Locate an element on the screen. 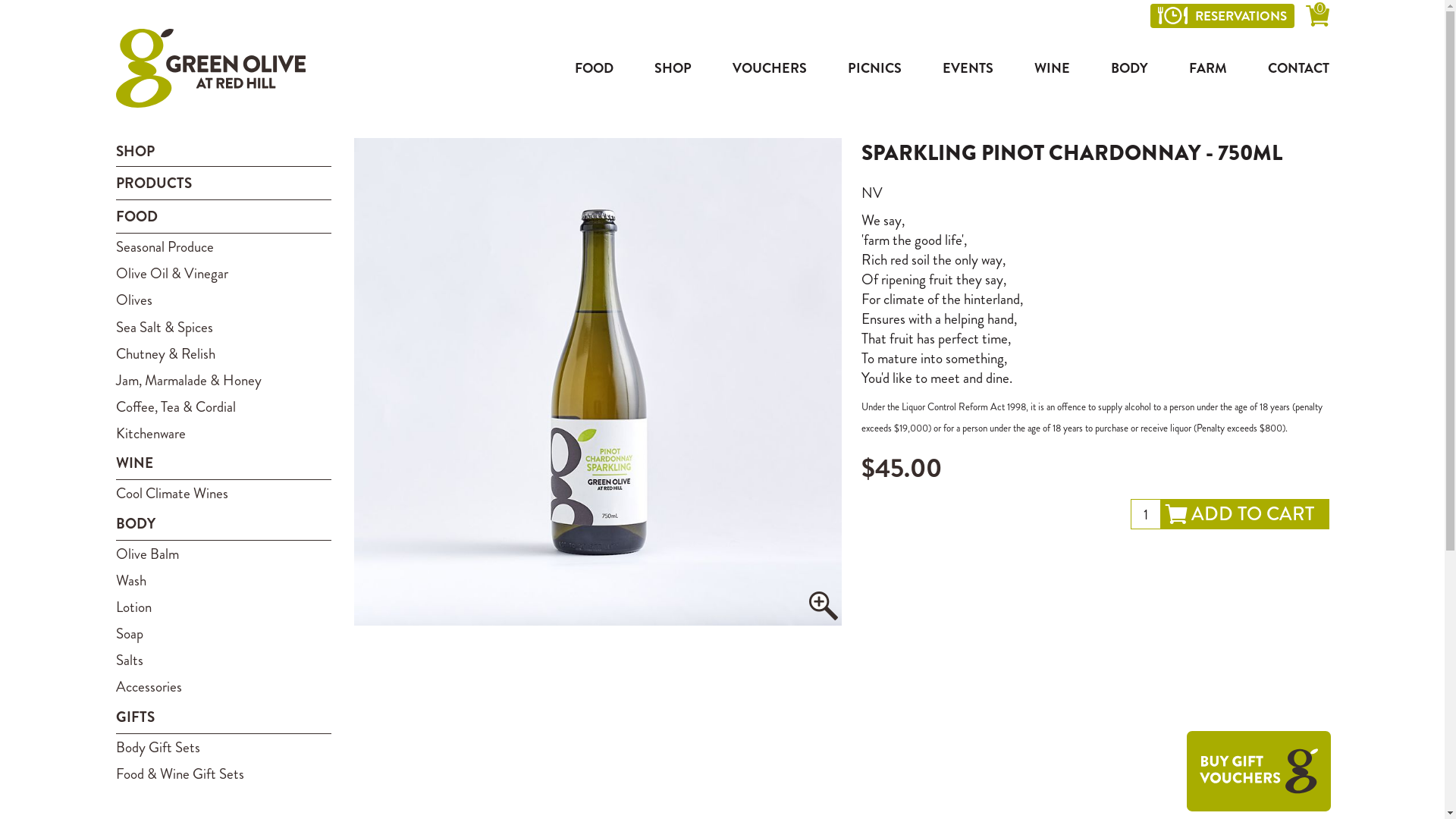 This screenshot has height=819, width=1456. 'Food & Wine Gift Sets' is located at coordinates (222, 773).